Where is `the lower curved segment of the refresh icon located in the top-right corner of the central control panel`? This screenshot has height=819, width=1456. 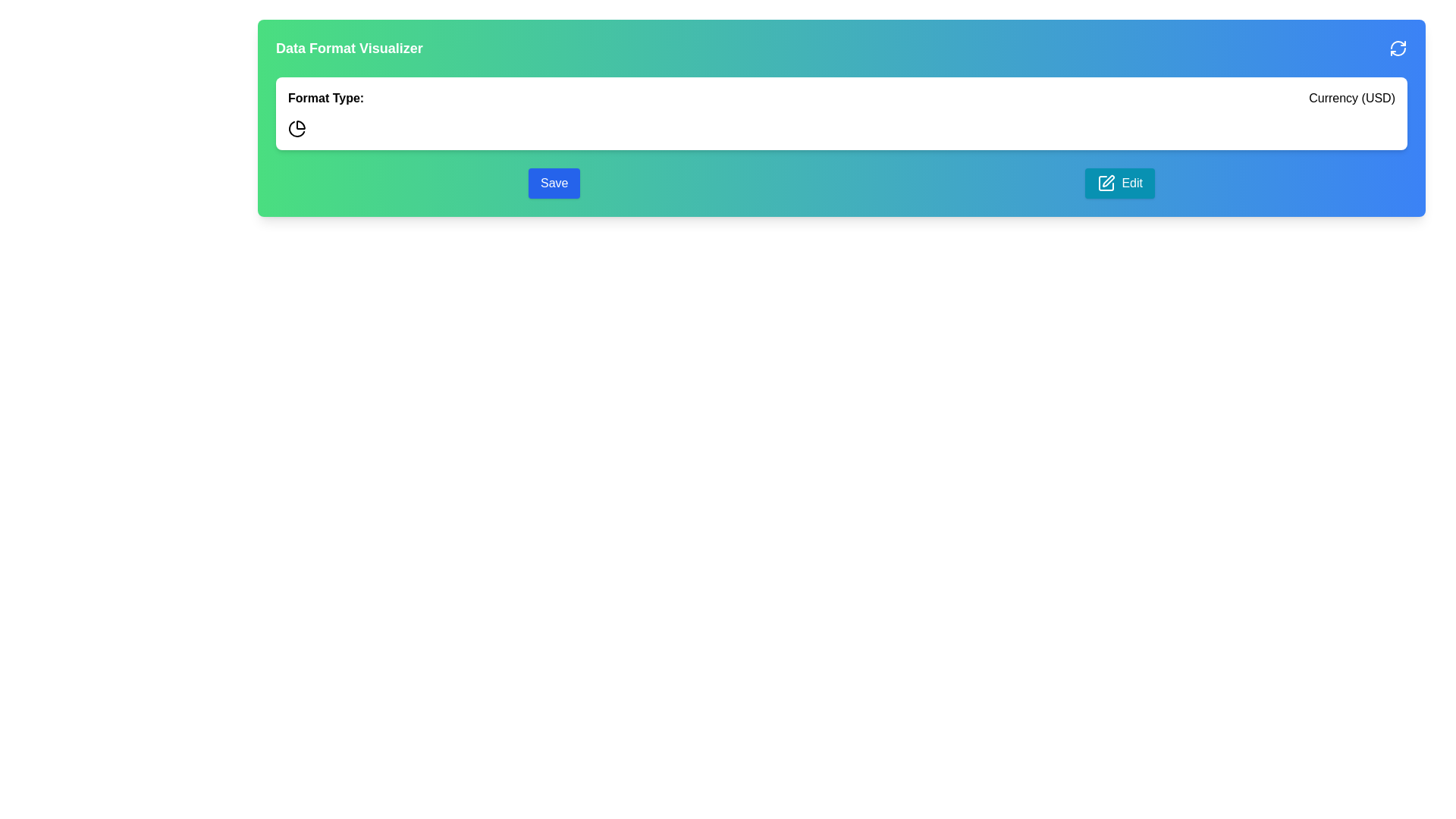 the lower curved segment of the refresh icon located in the top-right corner of the central control panel is located at coordinates (1397, 51).